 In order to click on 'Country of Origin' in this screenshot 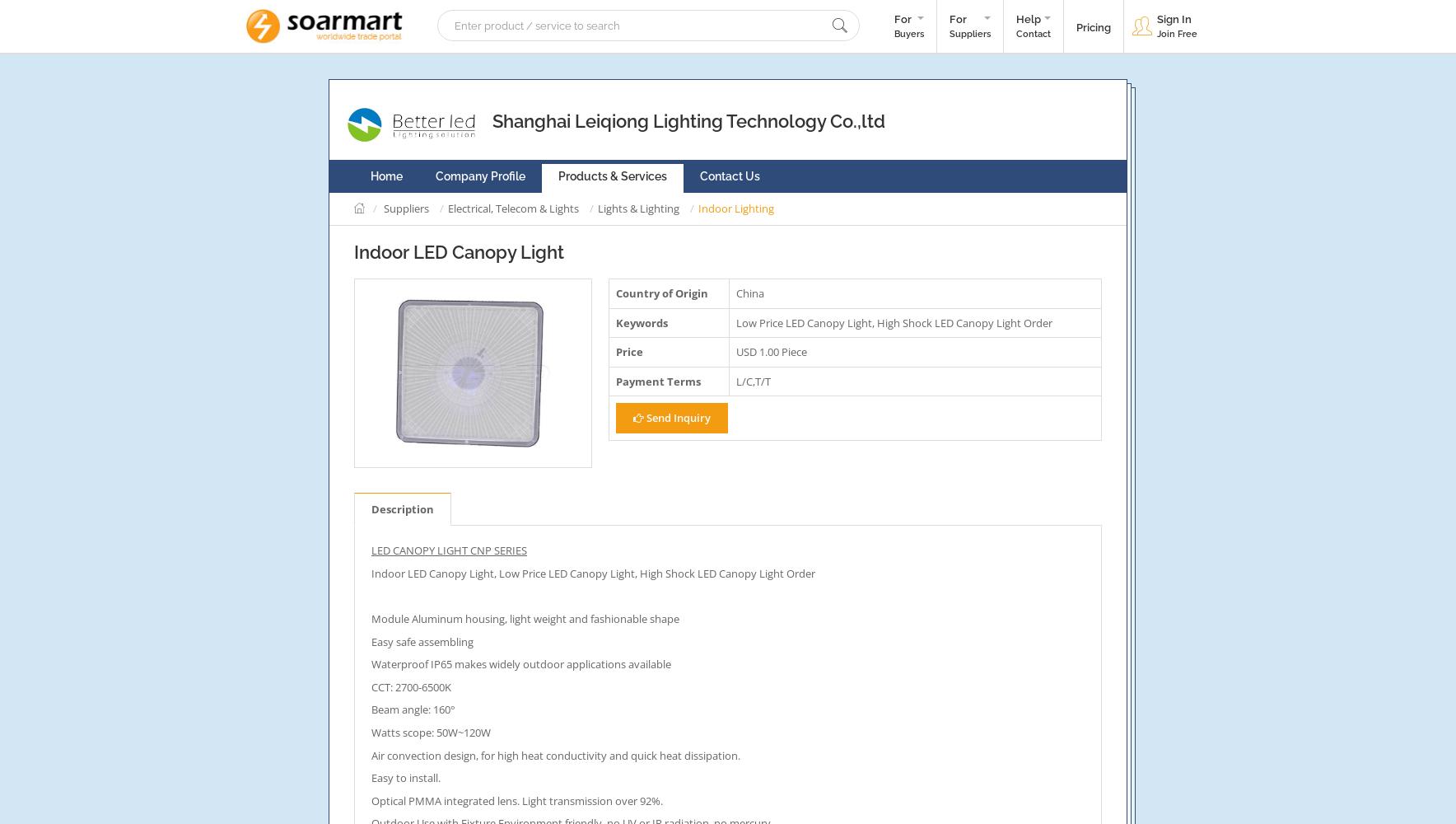, I will do `click(662, 293)`.